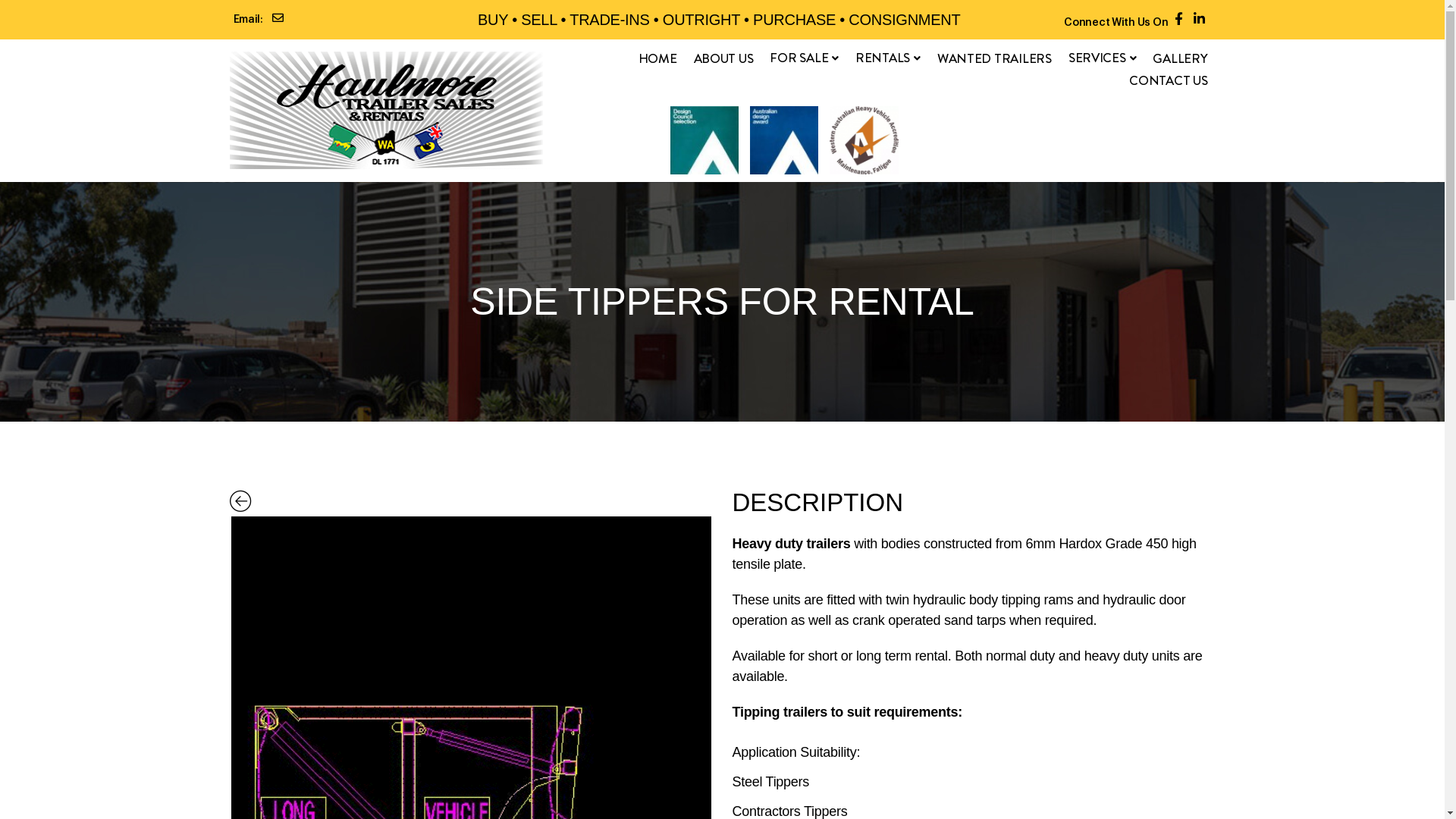  Describe the element at coordinates (693, 58) in the screenshot. I see `'ABOUT US'` at that location.